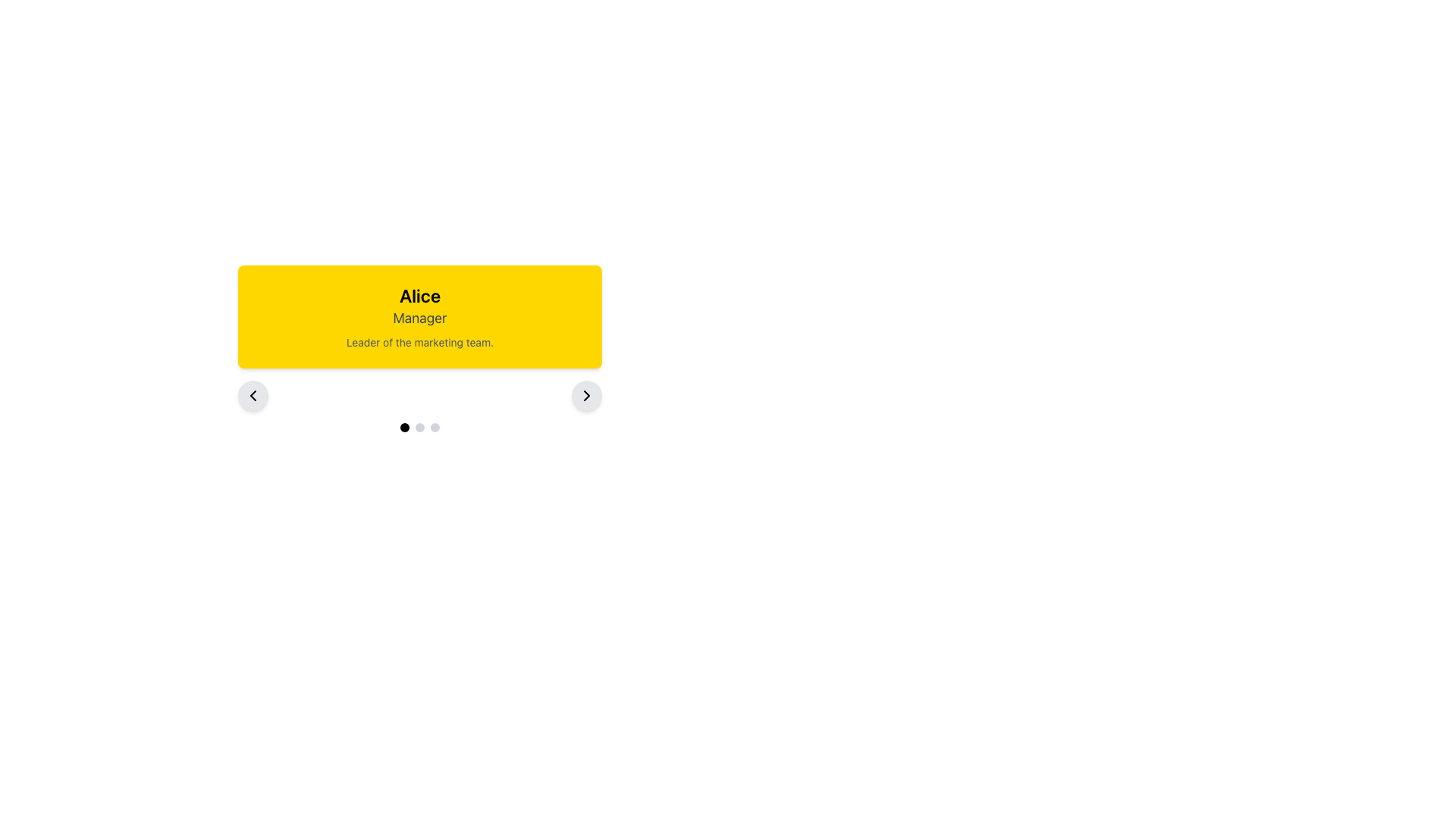 The image size is (1456, 819). What do you see at coordinates (253, 394) in the screenshot?
I see `the navigation icon within the button located at the bottom-left corner of the yellow card labeled 'Alice'` at bounding box center [253, 394].